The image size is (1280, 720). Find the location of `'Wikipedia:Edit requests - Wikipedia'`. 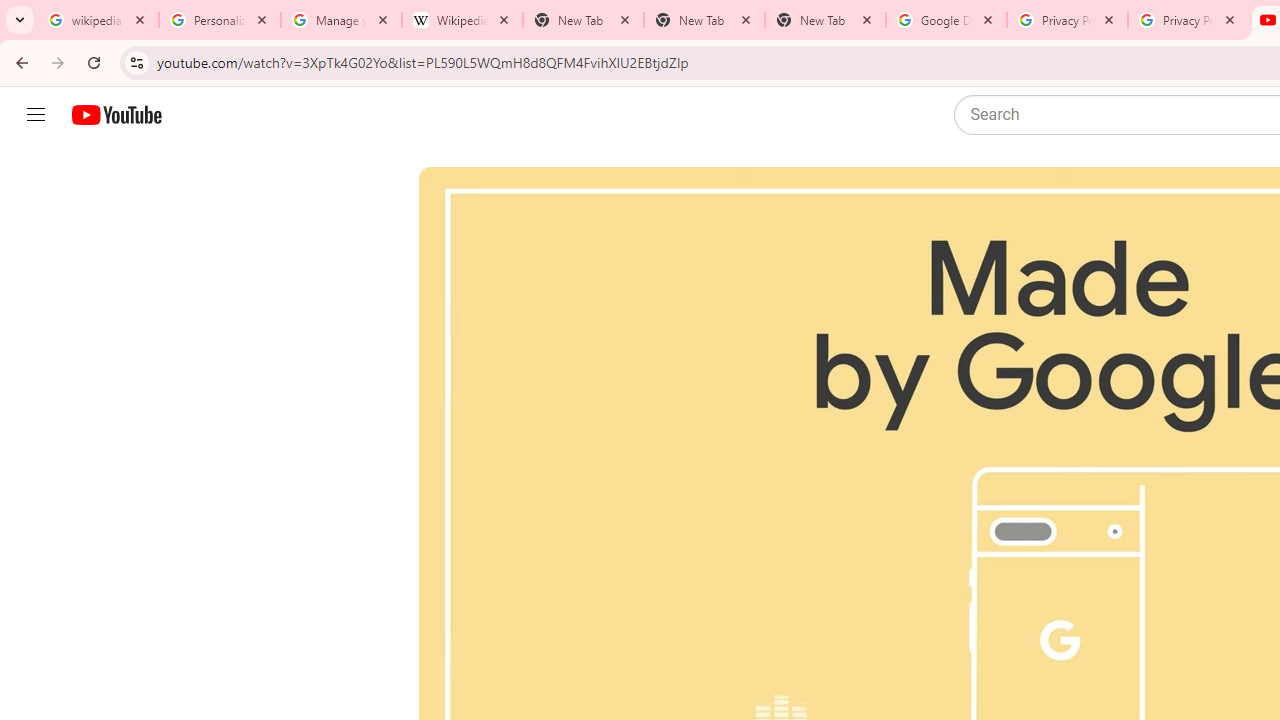

'Wikipedia:Edit requests - Wikipedia' is located at coordinates (461, 20).